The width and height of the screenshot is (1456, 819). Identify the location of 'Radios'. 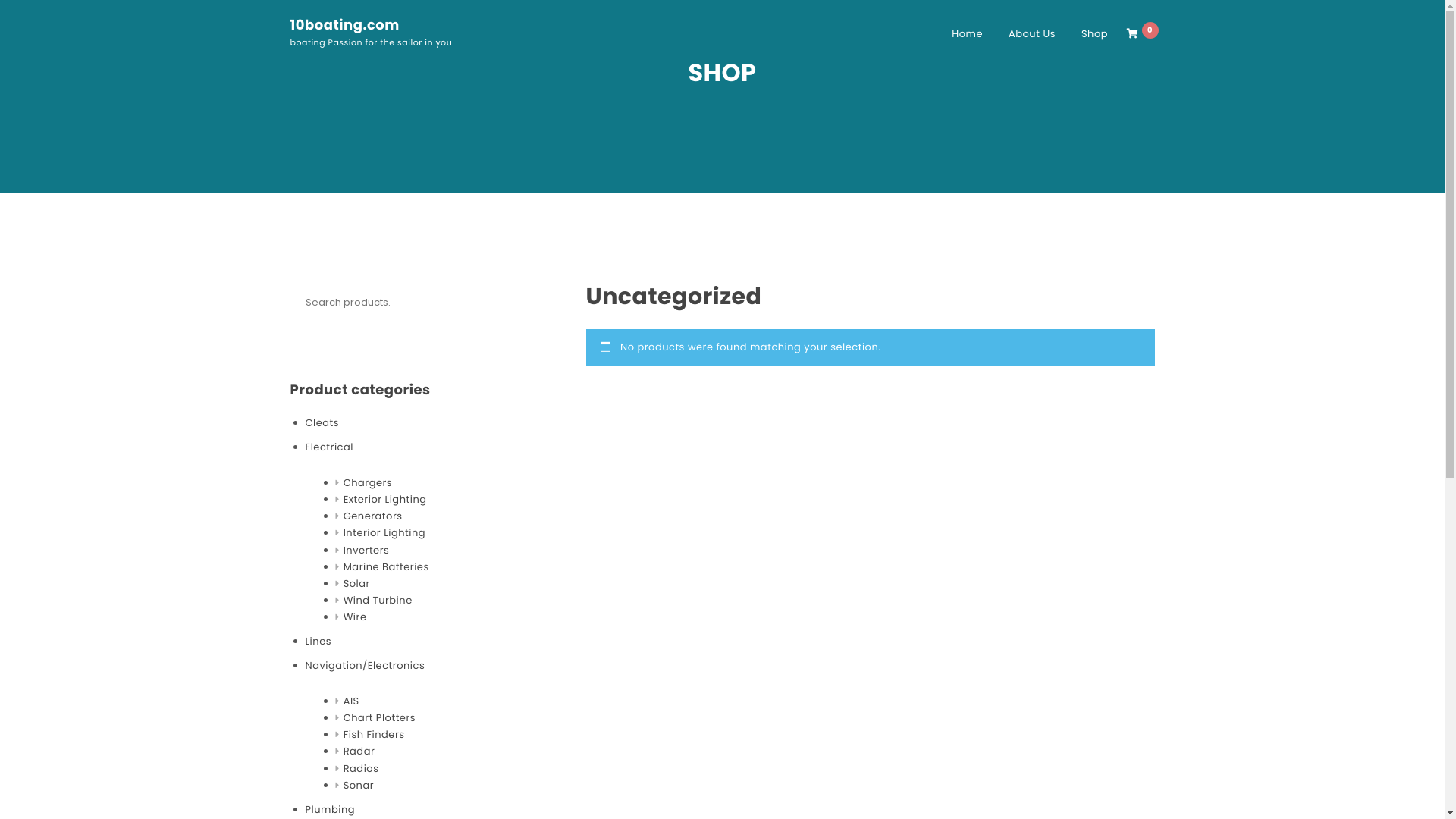
(360, 769).